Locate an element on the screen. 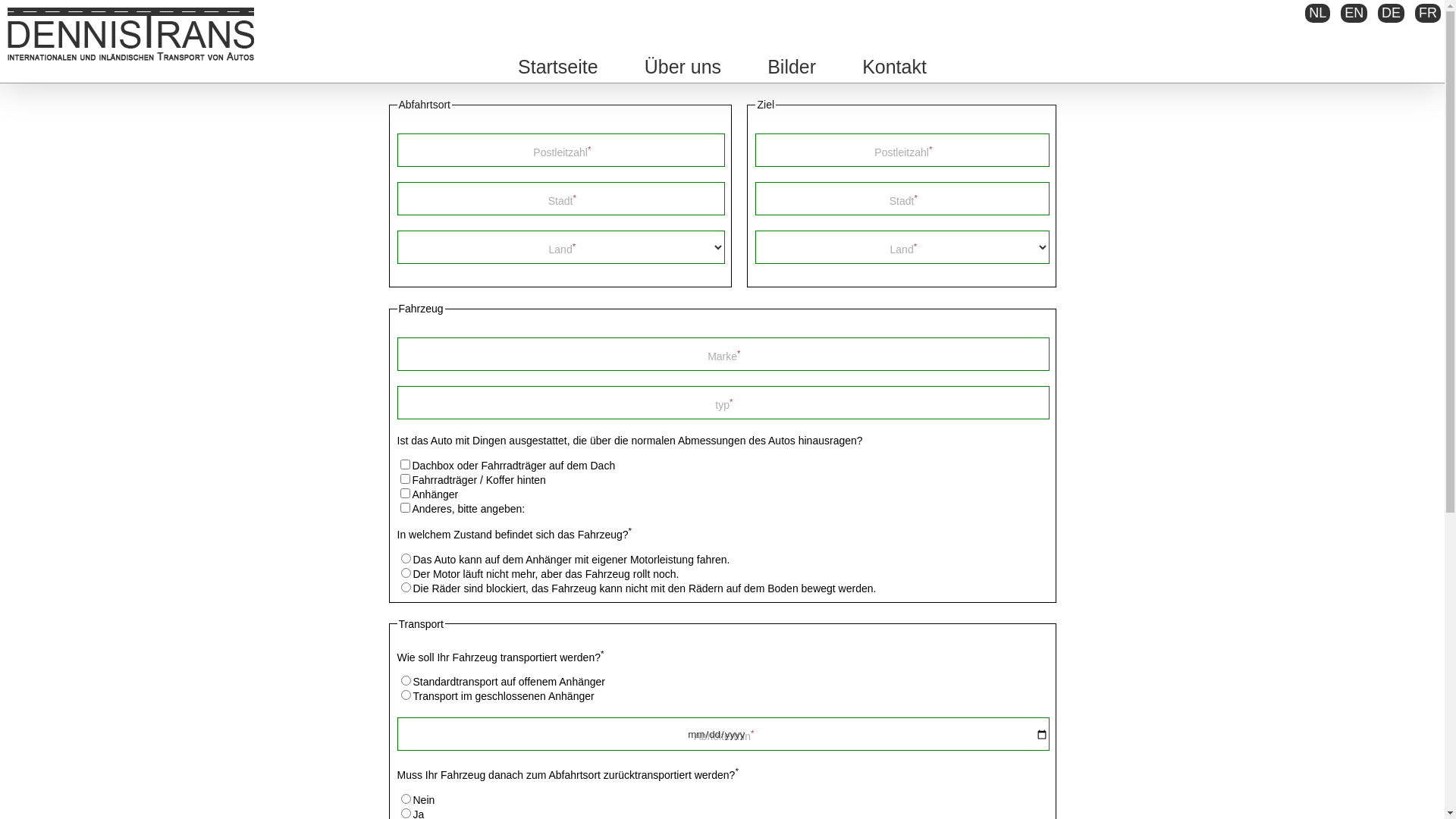  'Startseite' is located at coordinates (557, 66).